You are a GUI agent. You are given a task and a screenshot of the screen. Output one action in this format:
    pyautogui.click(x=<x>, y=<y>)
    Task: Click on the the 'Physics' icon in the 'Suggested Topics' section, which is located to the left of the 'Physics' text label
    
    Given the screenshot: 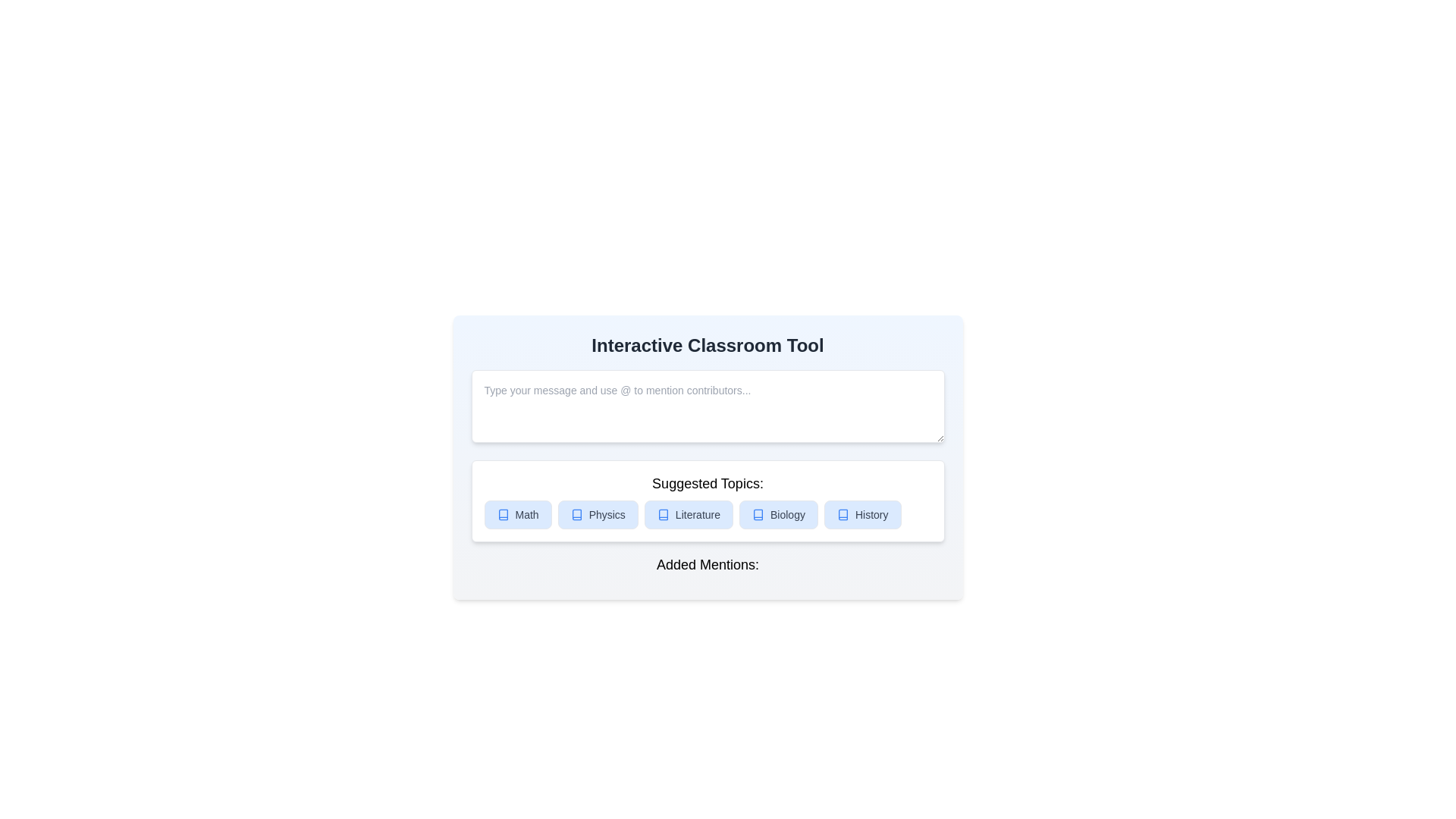 What is the action you would take?
    pyautogui.click(x=576, y=513)
    